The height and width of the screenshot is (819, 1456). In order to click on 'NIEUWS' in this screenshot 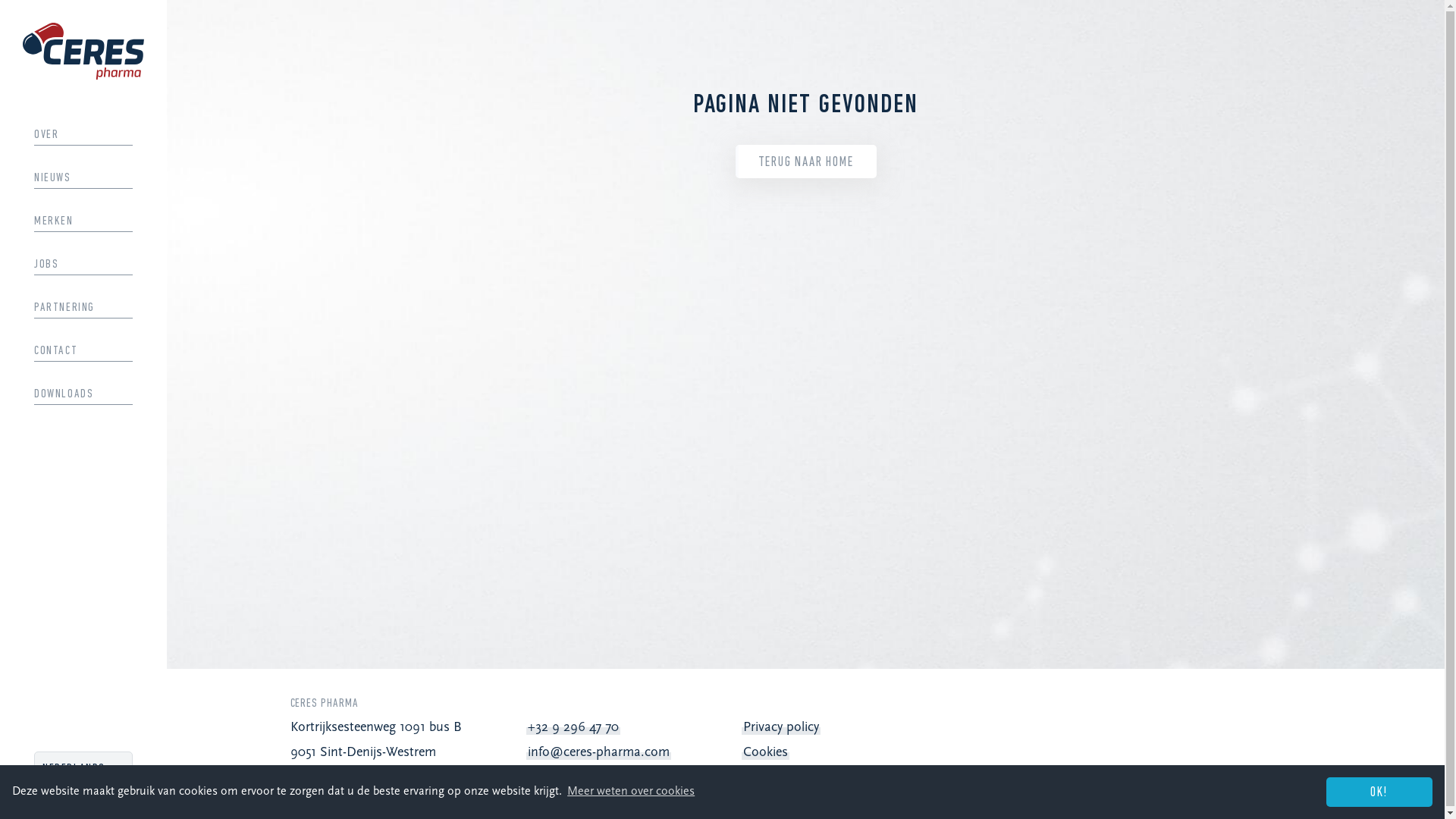, I will do `click(83, 177)`.